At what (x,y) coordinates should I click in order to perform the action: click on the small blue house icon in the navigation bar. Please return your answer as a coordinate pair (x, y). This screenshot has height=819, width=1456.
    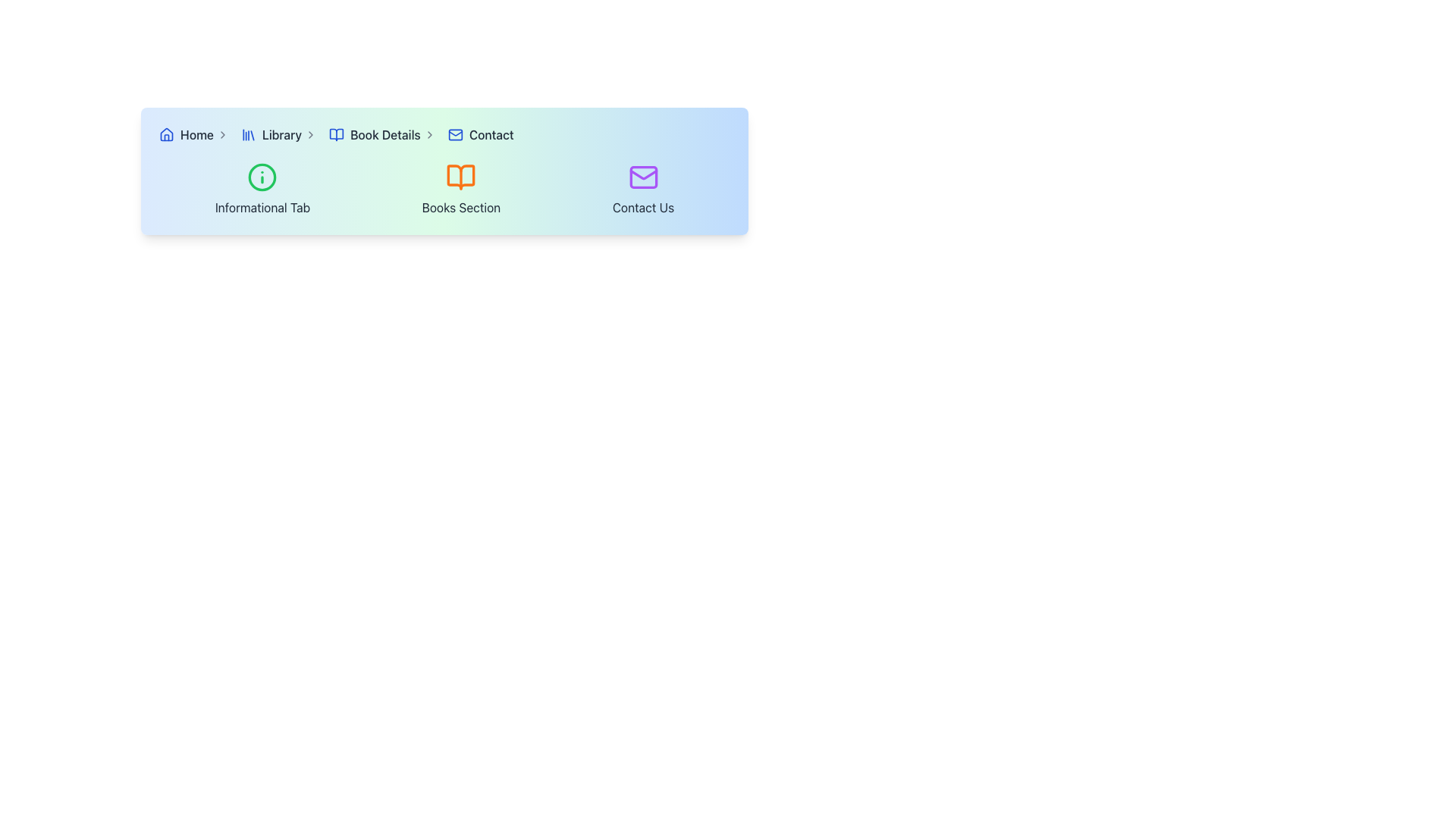
    Looking at the image, I should click on (167, 133).